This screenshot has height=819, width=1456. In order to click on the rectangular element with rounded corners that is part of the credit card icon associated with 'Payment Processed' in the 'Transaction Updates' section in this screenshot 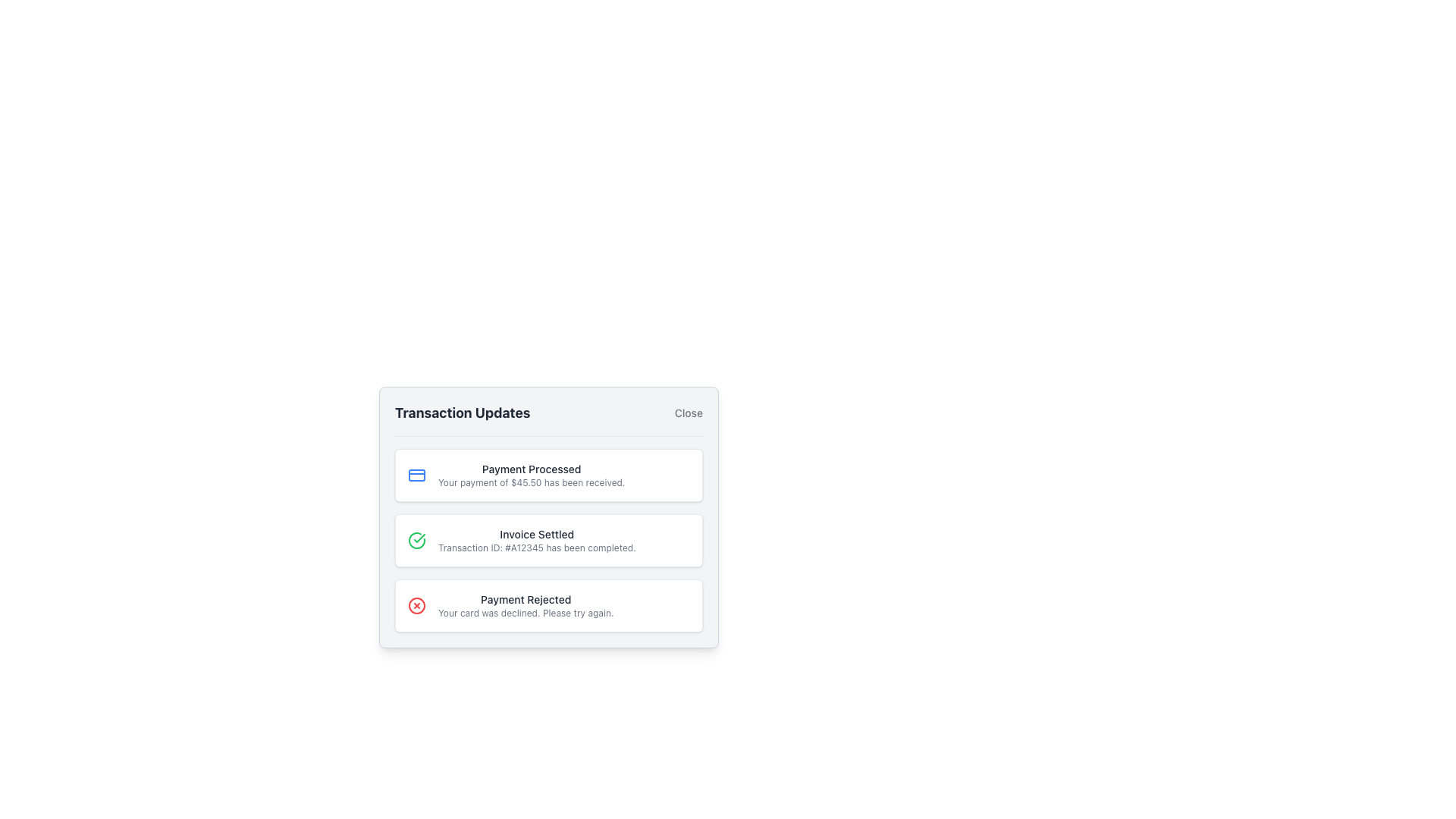, I will do `click(417, 475)`.